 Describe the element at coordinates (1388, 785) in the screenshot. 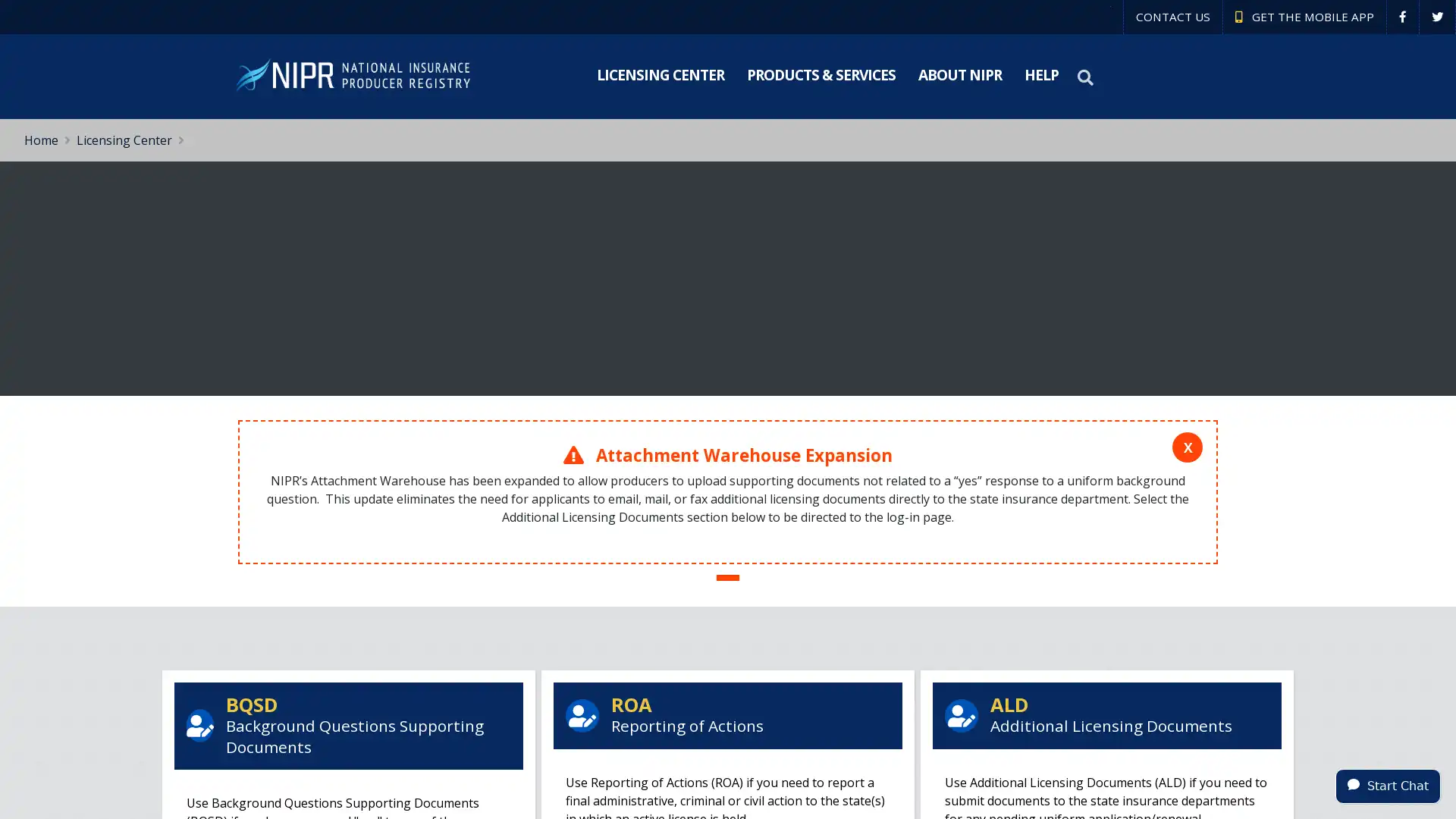

I see `Start Chat` at that location.